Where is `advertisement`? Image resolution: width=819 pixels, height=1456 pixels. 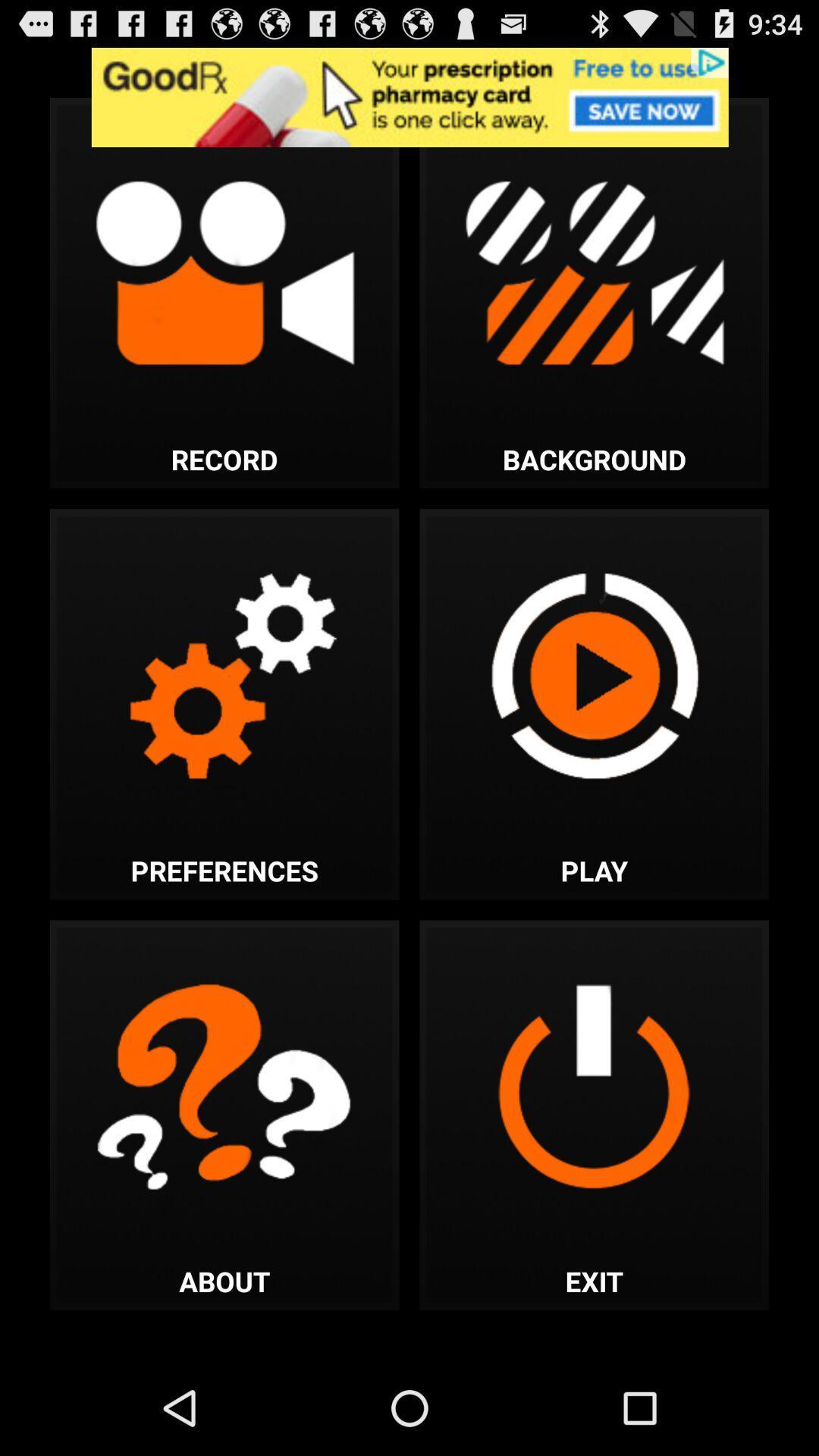 advertisement is located at coordinates (409, 96).